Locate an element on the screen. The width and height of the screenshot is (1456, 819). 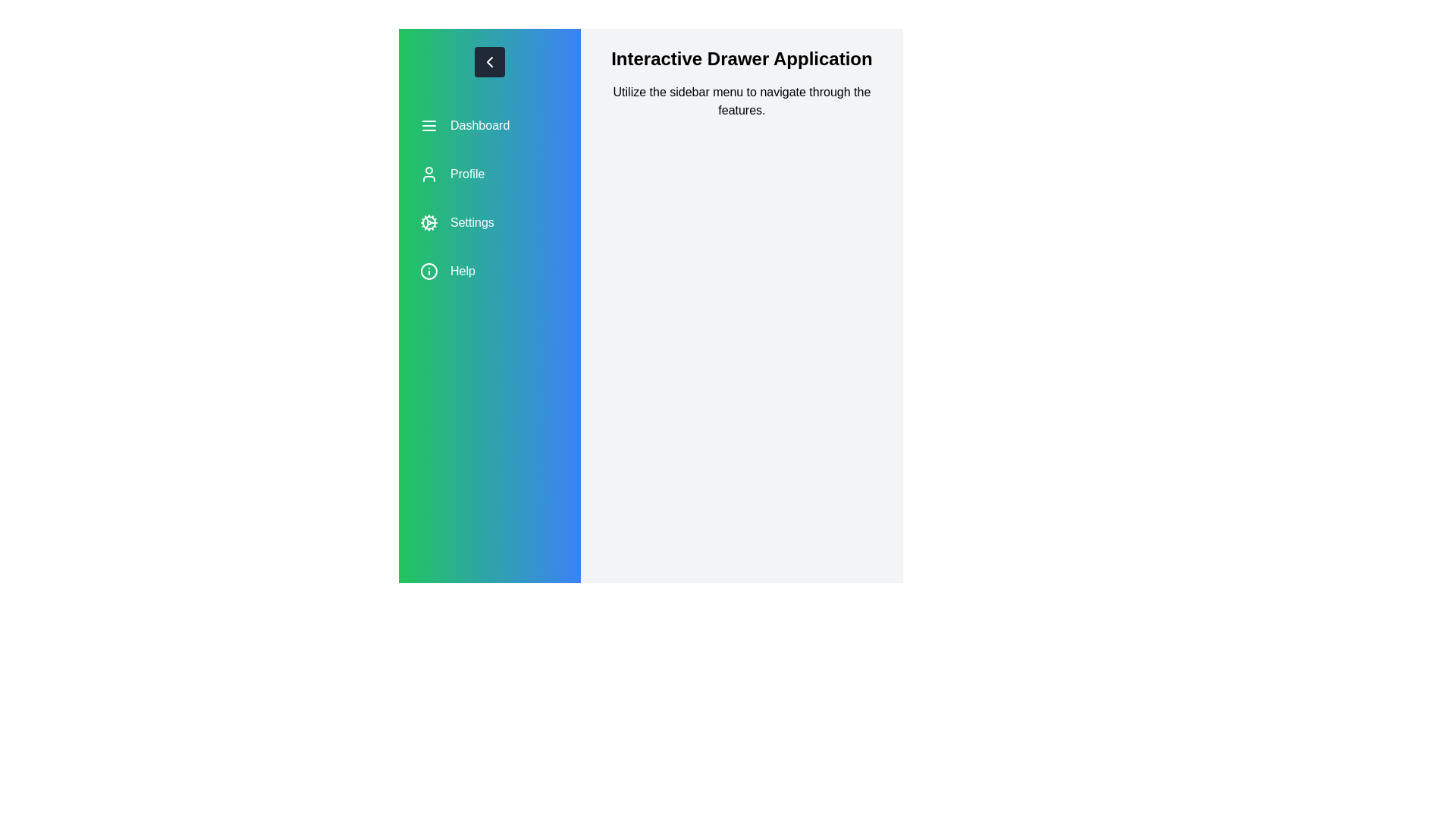
chevron button to toggle the drawer is located at coordinates (489, 61).